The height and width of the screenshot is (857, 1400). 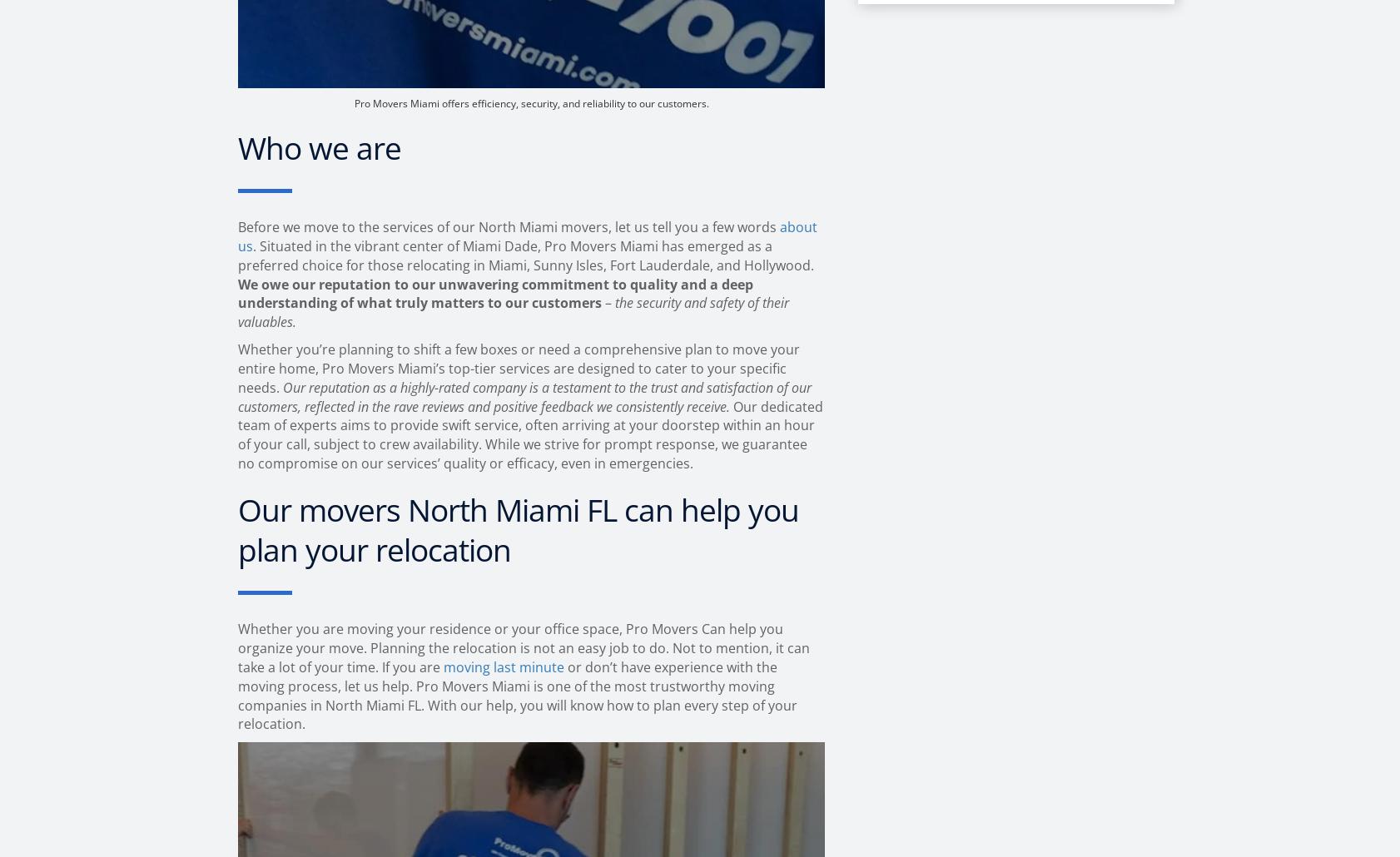 What do you see at coordinates (513, 312) in the screenshot?
I see `'the security and safety of their valuables.'` at bounding box center [513, 312].